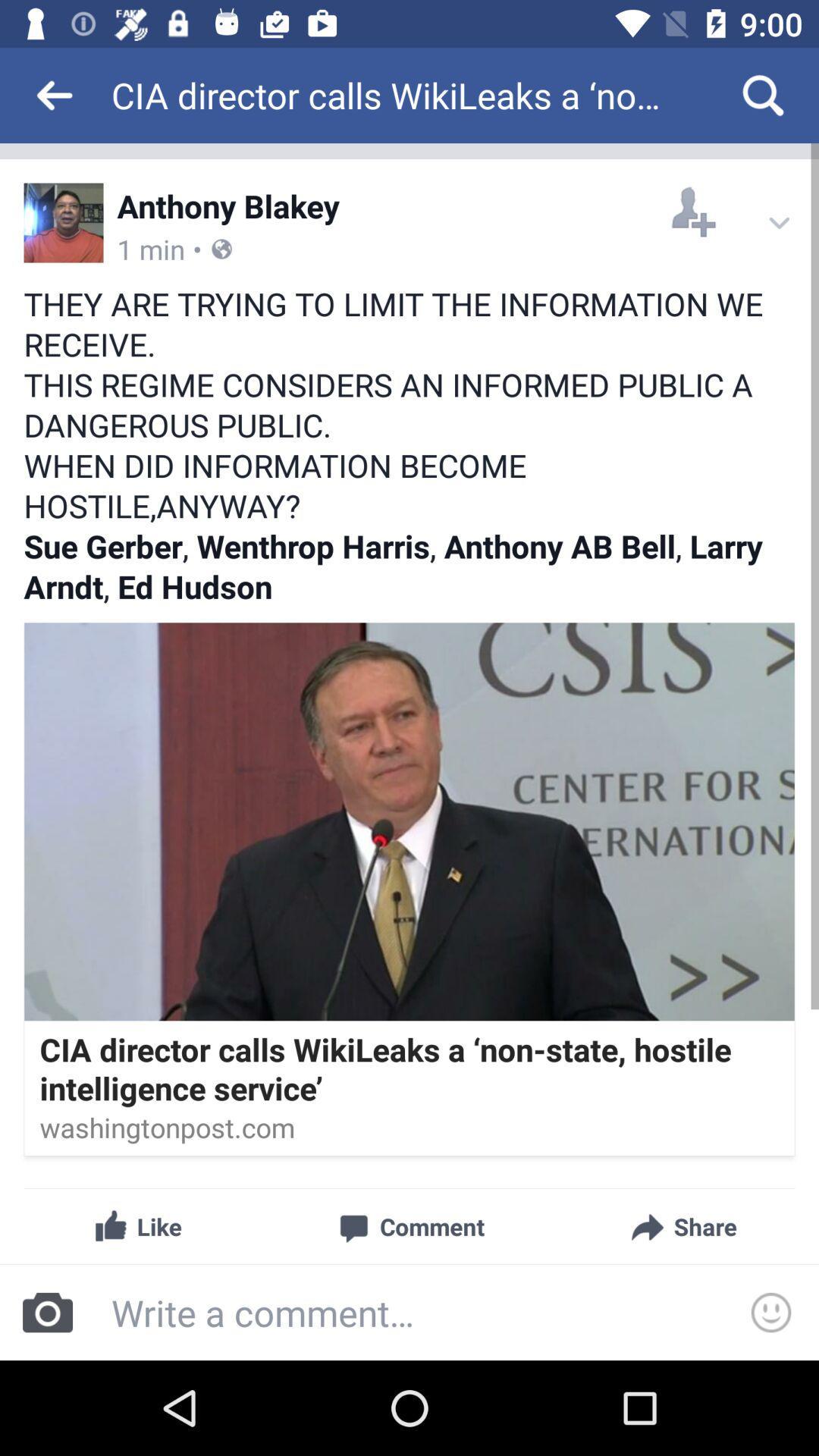 This screenshot has width=819, height=1456. I want to click on the emoji icon, so click(771, 1312).